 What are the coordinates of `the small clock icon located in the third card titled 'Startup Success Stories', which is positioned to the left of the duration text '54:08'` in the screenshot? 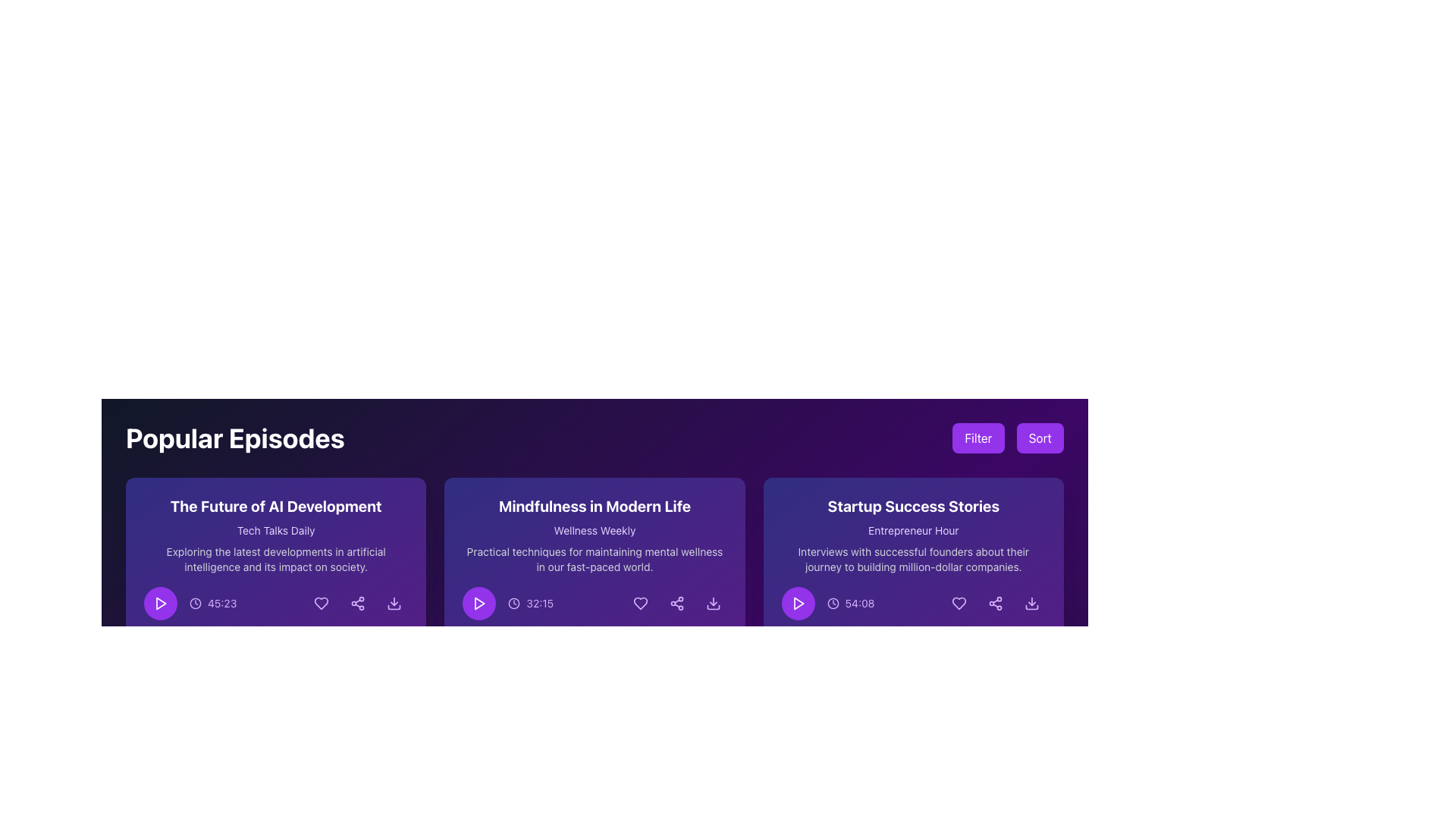 It's located at (832, 602).